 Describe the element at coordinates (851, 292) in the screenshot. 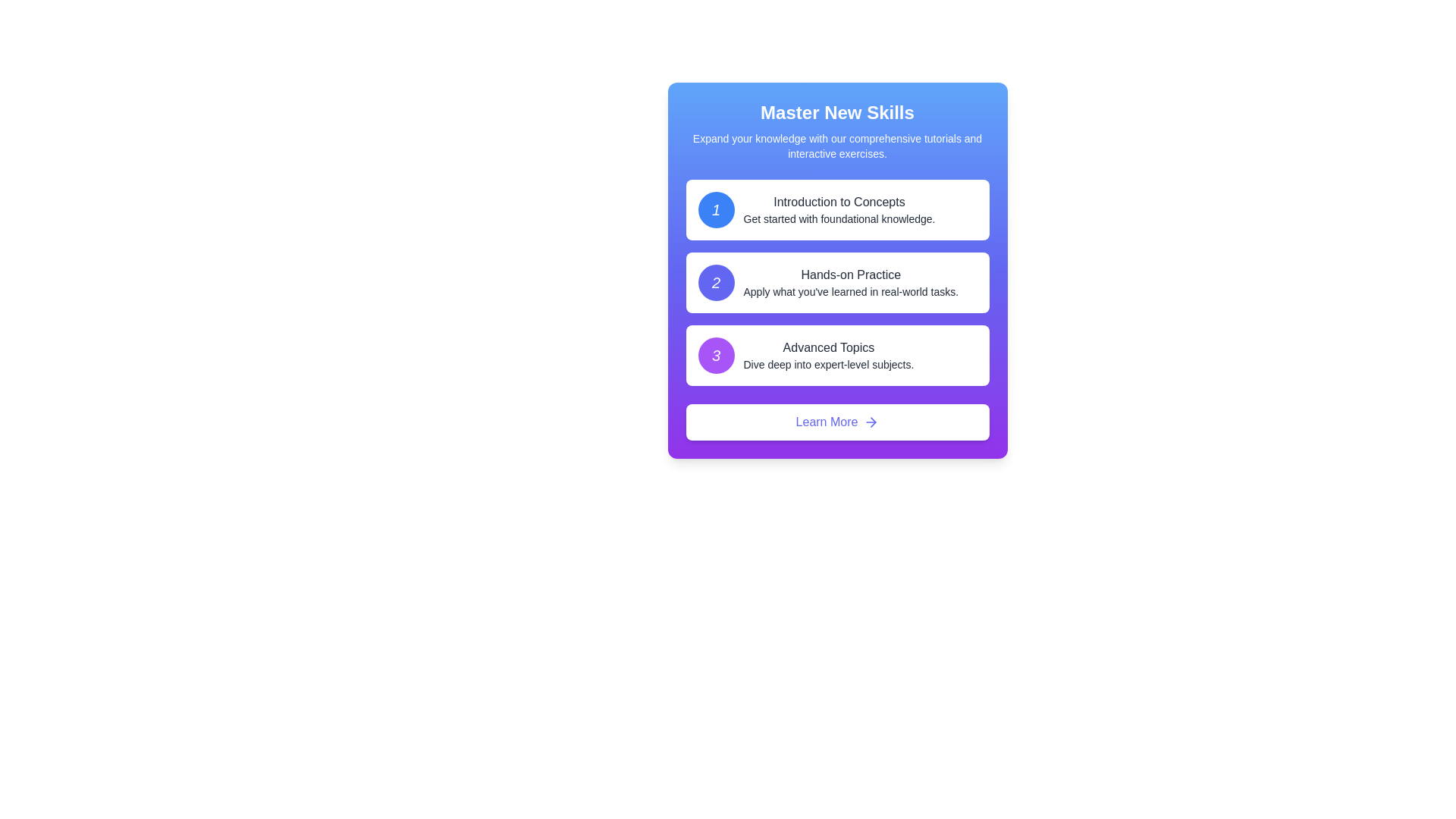

I see `the text element reading 'Apply what you've learned in real-world tasks.' which is centrally aligned below the title 'Hands-on Practice' inside a rounded rectangular card on a gradient blue-to-purple background` at that location.